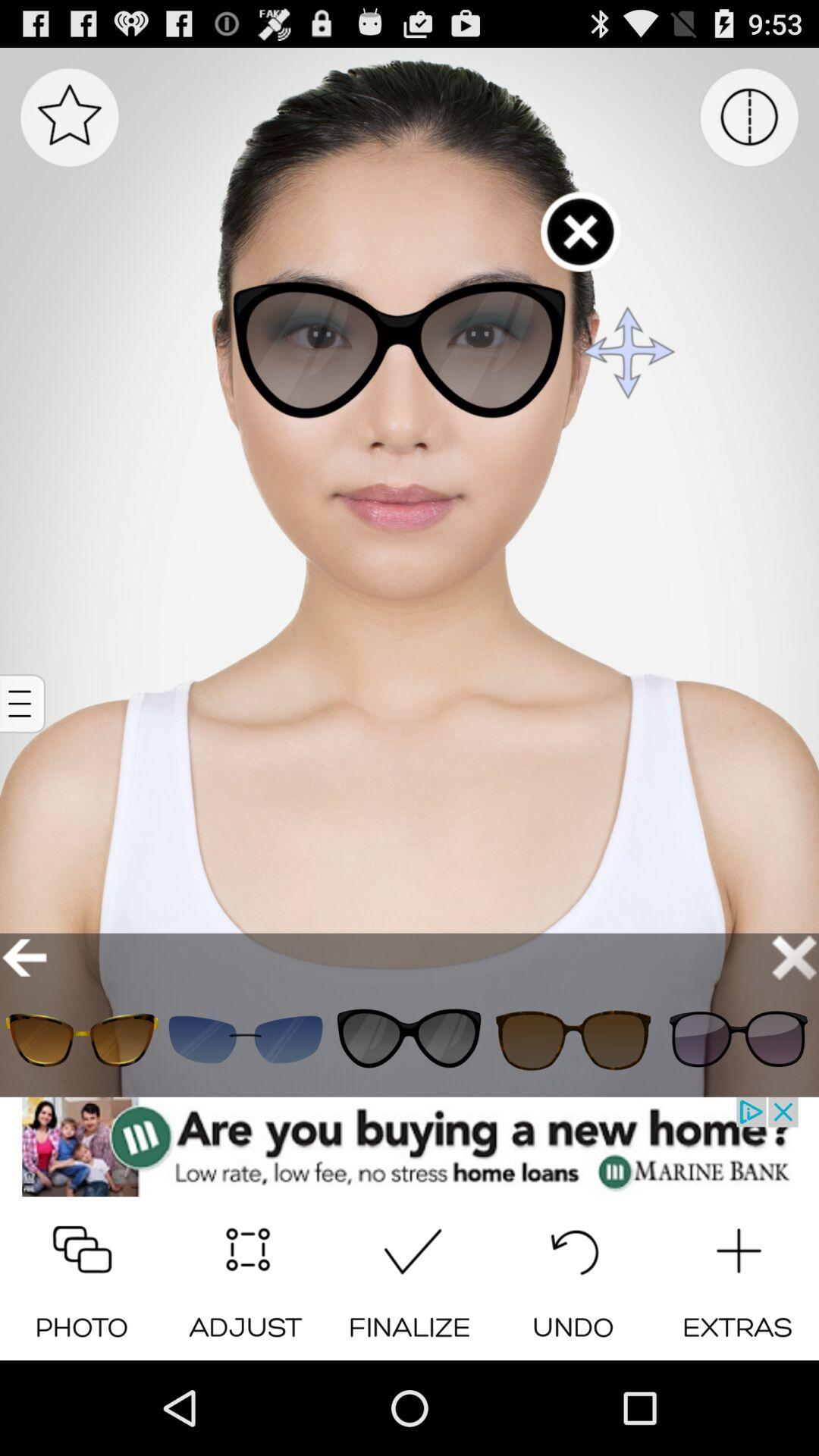  What do you see at coordinates (409, 1039) in the screenshot?
I see `glasses selection` at bounding box center [409, 1039].